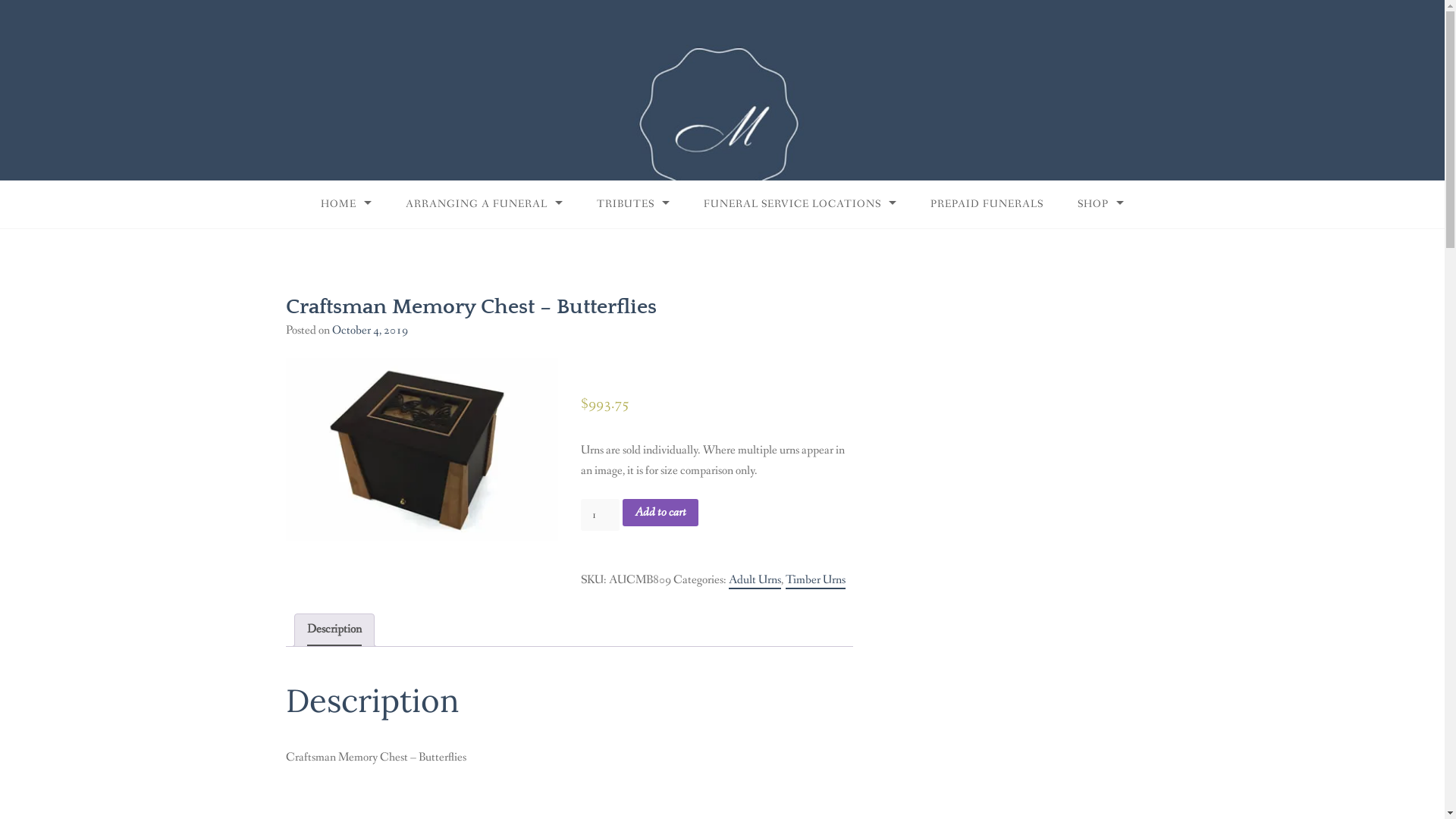 The image size is (1456, 819). What do you see at coordinates (421, 449) in the screenshot?
I see `'AUCMB809_Craftsman_Style_Chest_Butterflies'` at bounding box center [421, 449].